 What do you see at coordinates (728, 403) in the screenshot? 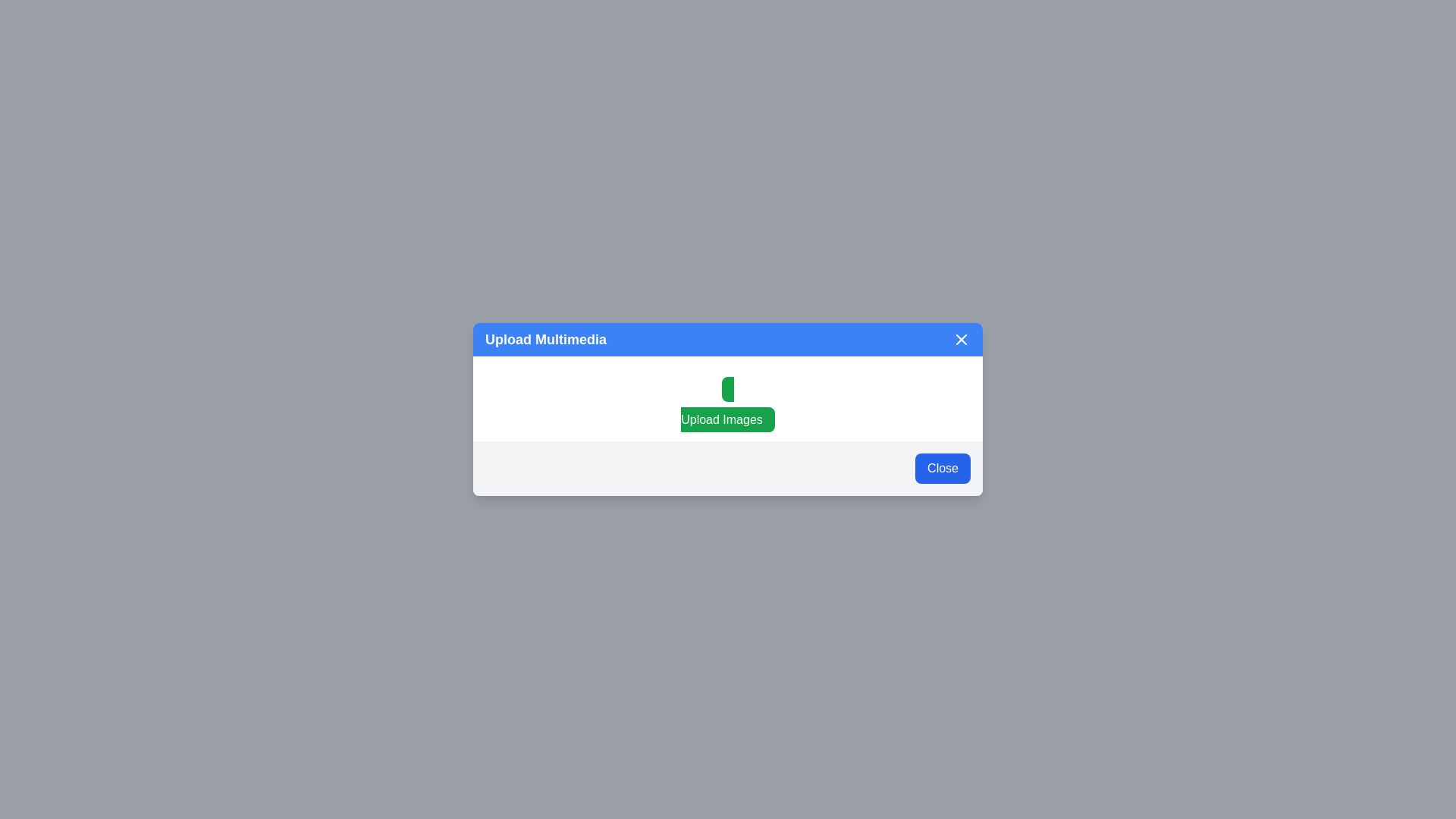
I see `the green rectangular button labeled 'Upload Images' with an upward arrow icon` at bounding box center [728, 403].